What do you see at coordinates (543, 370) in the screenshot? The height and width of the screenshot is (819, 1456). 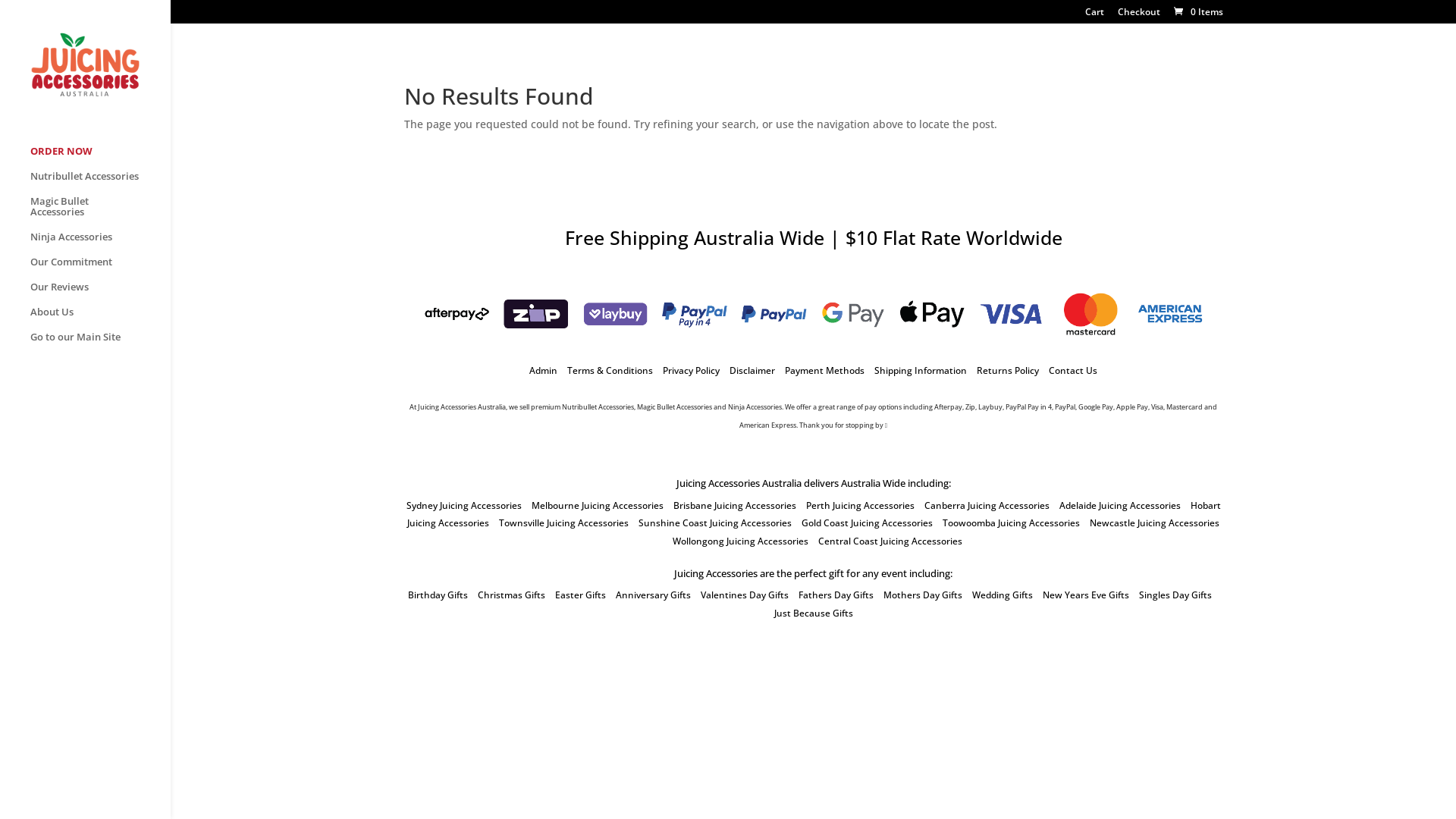 I see `'Admin'` at bounding box center [543, 370].